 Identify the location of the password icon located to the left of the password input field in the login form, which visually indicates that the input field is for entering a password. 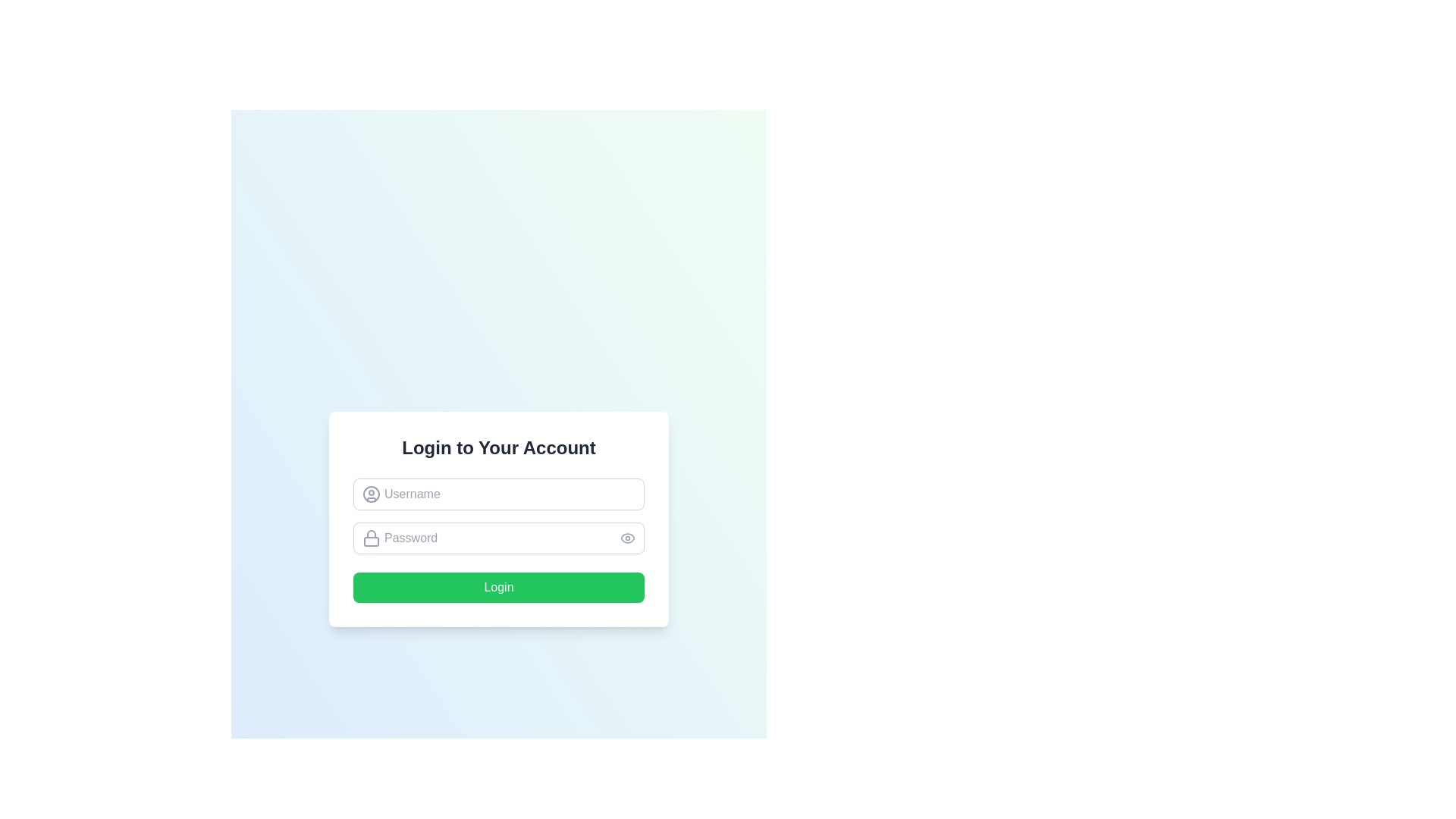
(371, 537).